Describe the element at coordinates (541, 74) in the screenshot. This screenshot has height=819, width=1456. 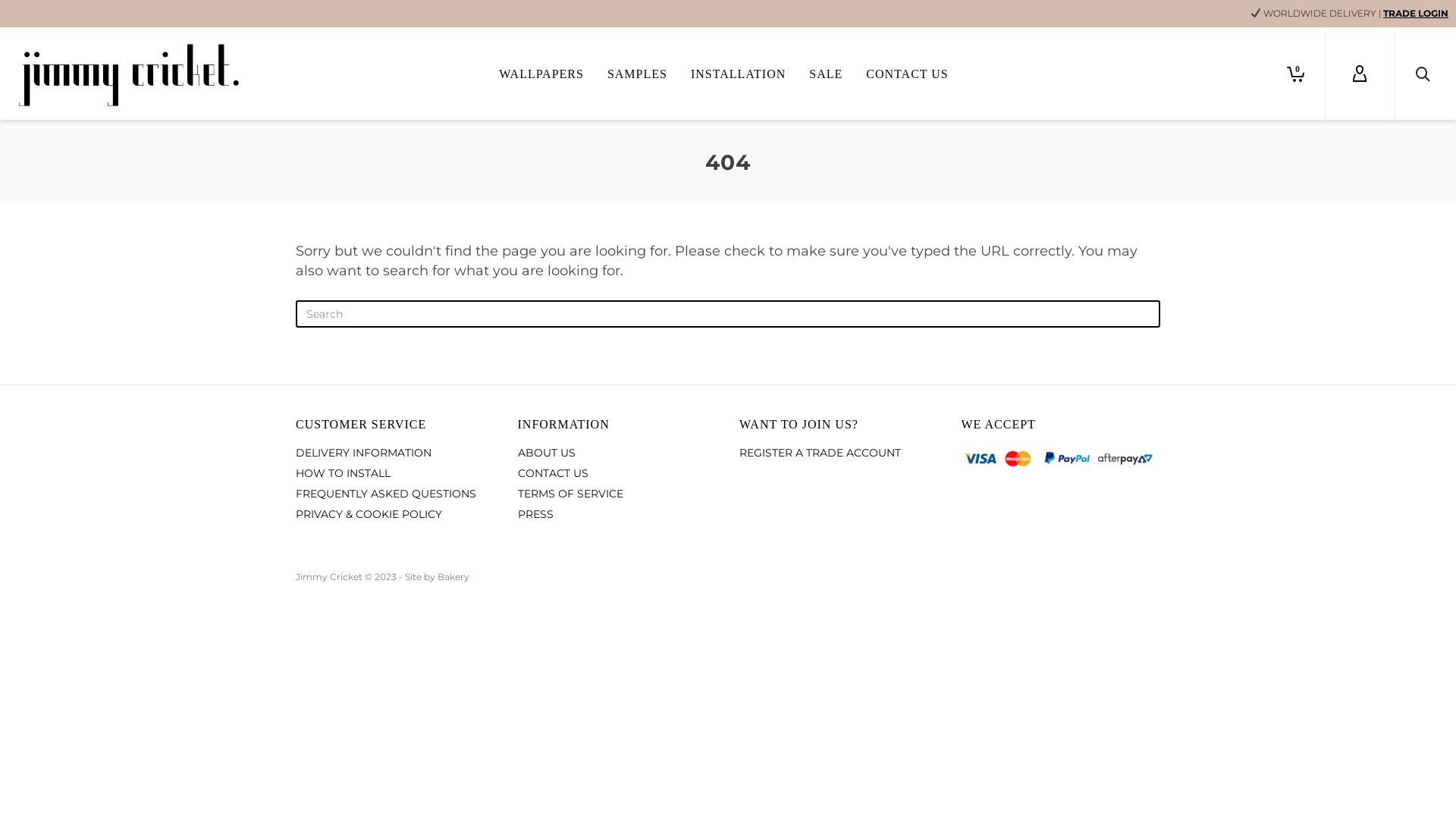
I see `'WALLPAPERS'` at that location.